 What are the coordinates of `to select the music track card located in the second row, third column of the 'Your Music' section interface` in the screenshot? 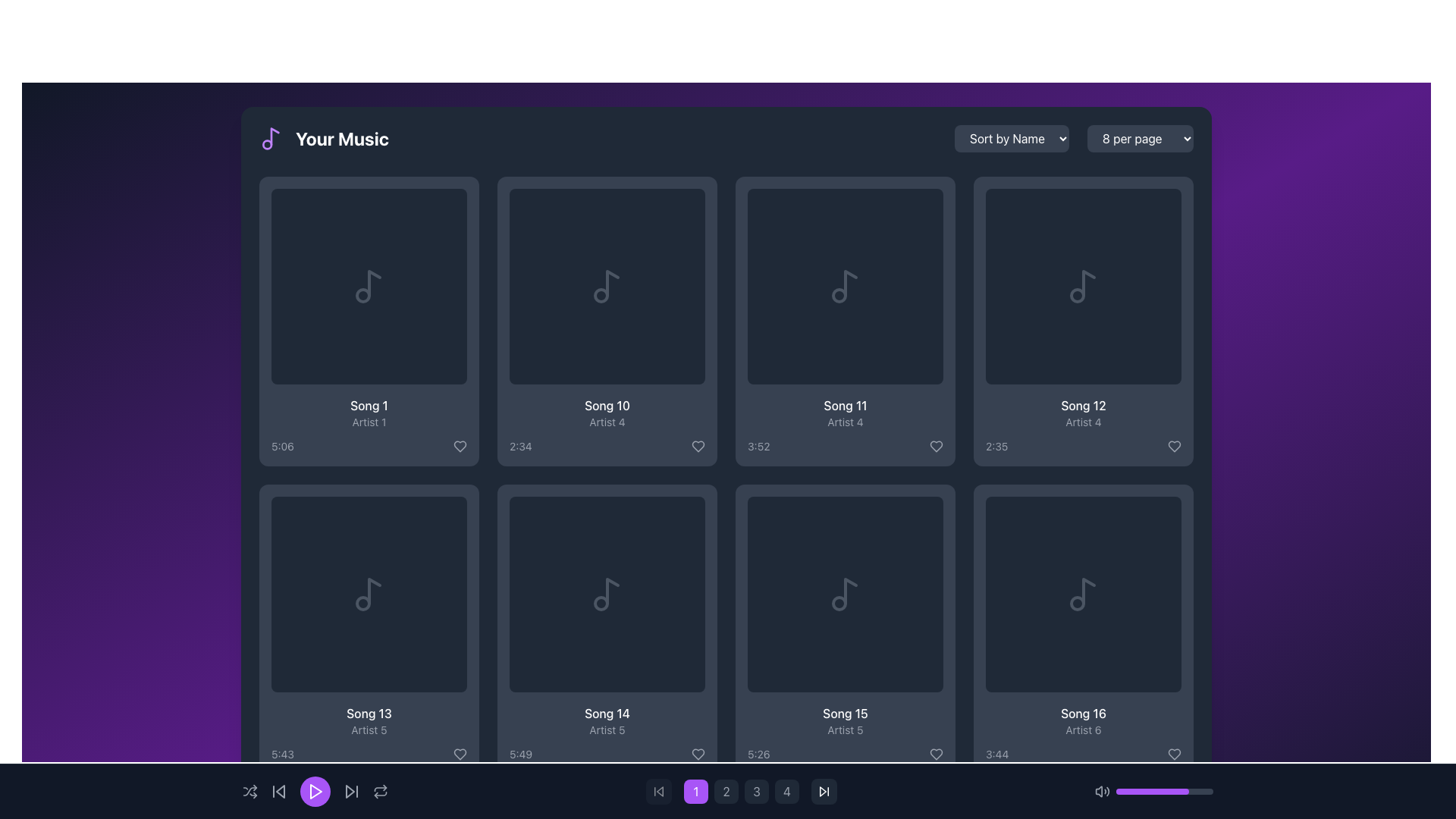 It's located at (844, 629).